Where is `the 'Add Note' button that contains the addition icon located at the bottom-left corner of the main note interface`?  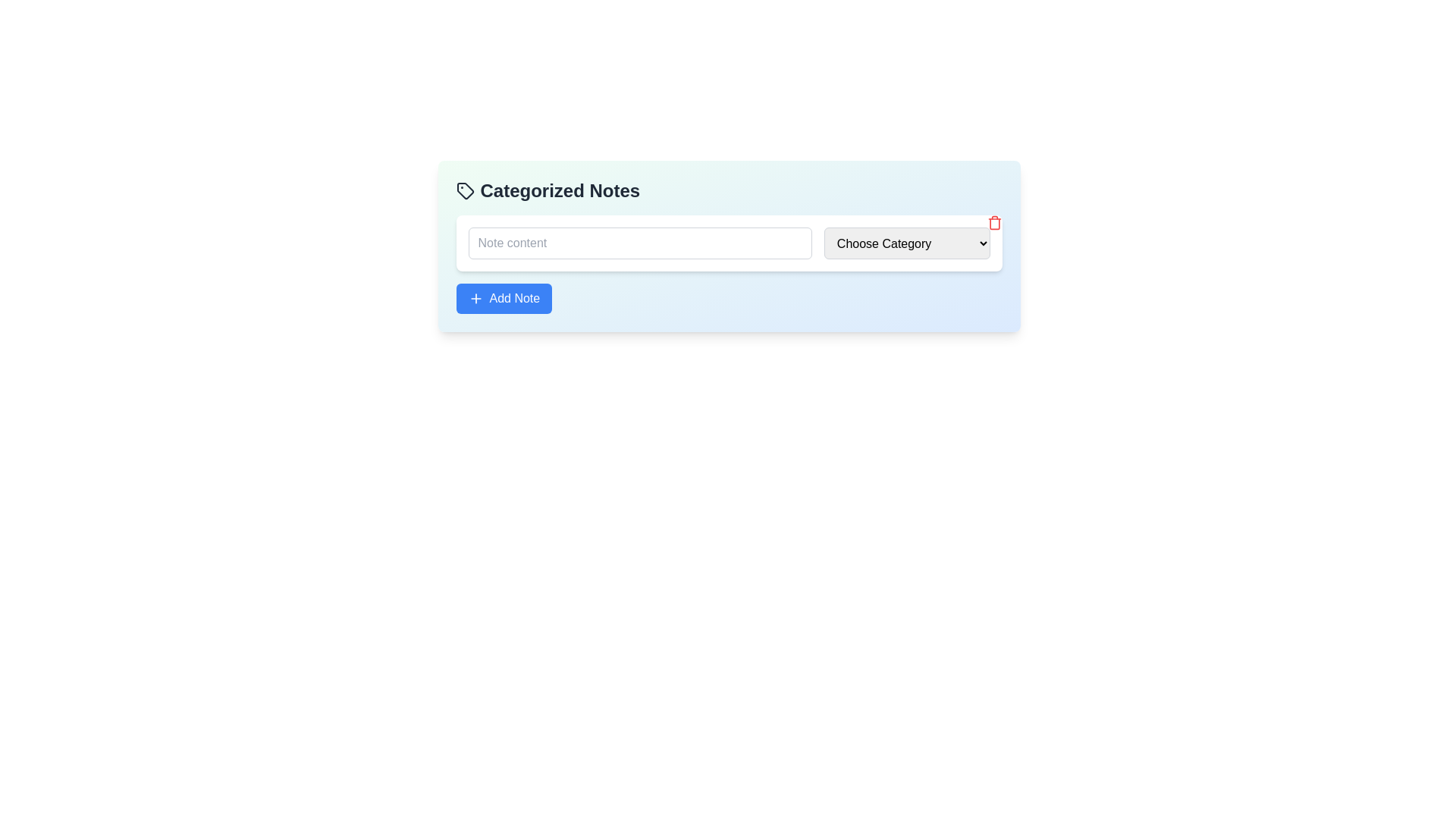
the 'Add Note' button that contains the addition icon located at the bottom-left corner of the main note interface is located at coordinates (475, 298).